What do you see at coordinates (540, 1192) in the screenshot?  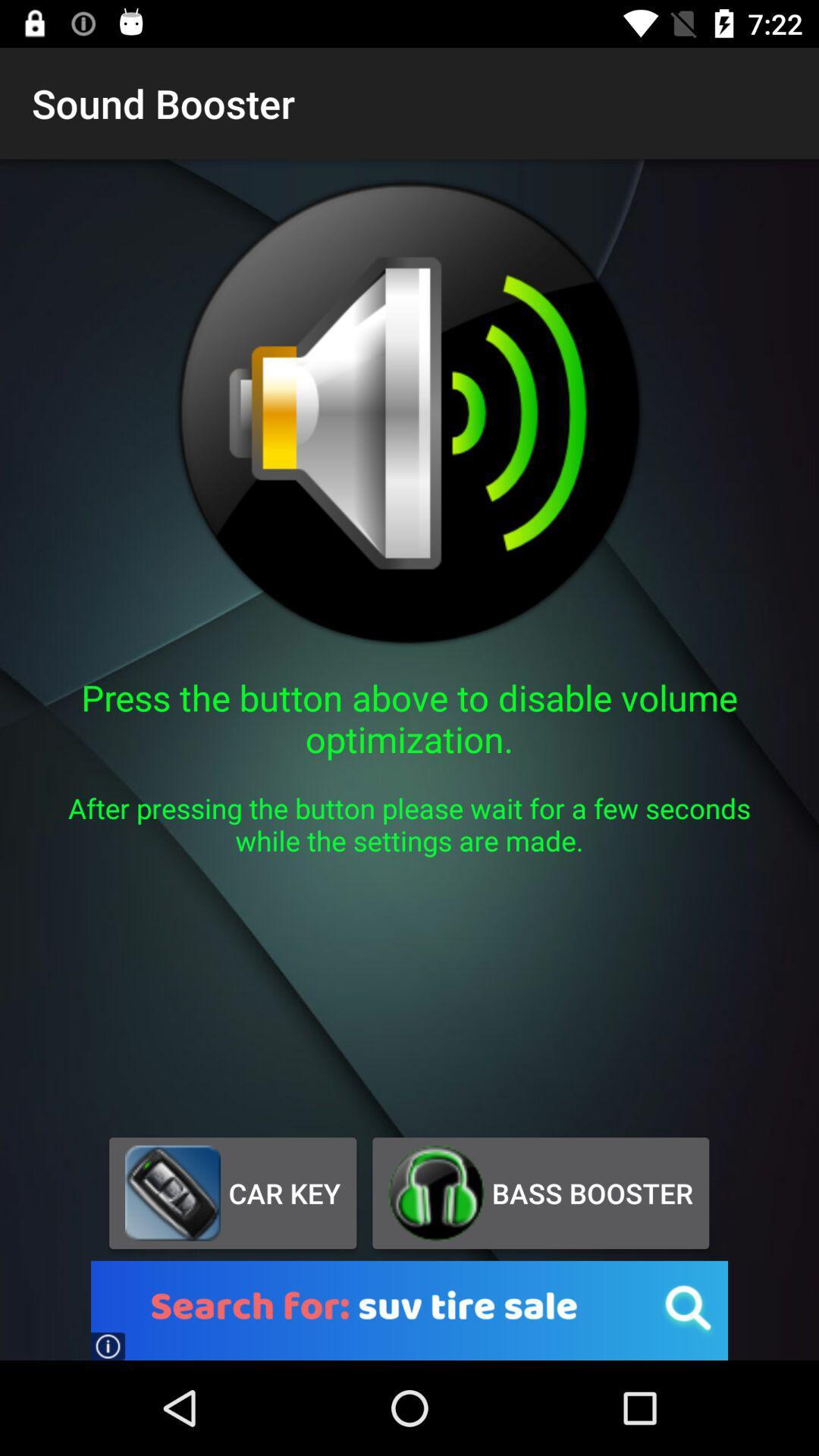 I see `the bass booster button` at bounding box center [540, 1192].